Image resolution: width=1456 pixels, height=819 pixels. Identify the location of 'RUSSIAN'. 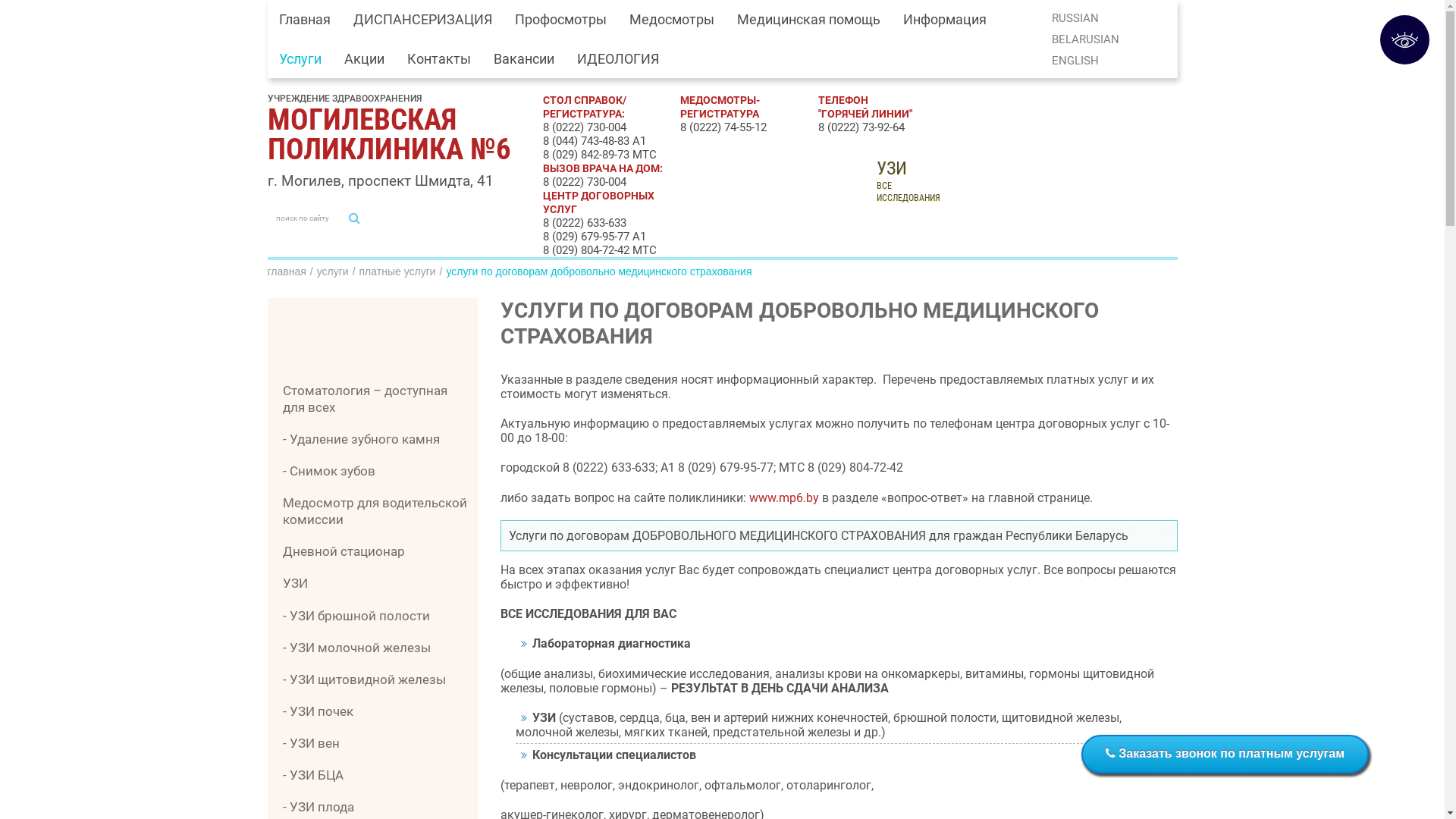
(1074, 17).